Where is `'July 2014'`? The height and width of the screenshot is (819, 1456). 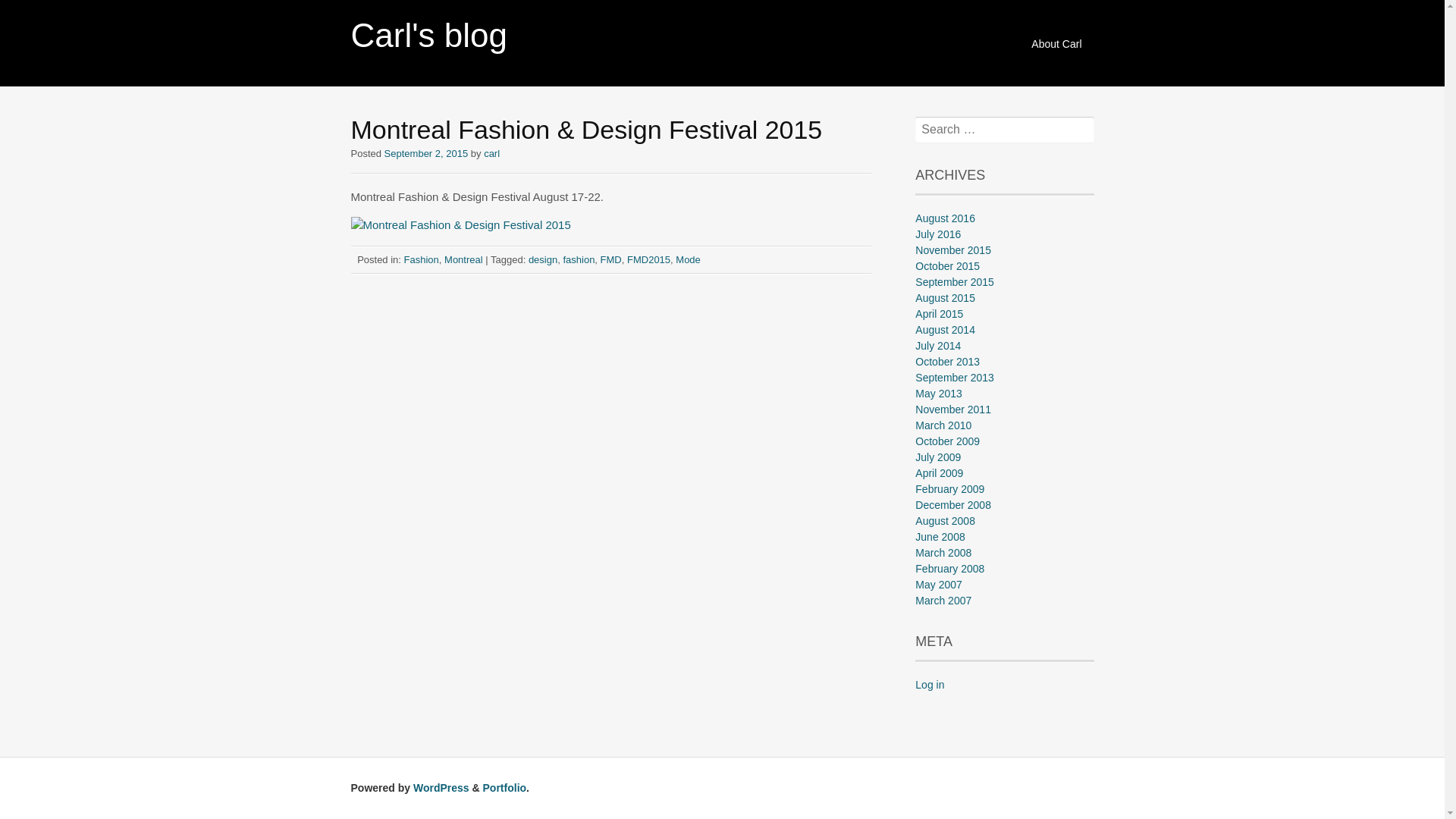 'July 2014' is located at coordinates (937, 345).